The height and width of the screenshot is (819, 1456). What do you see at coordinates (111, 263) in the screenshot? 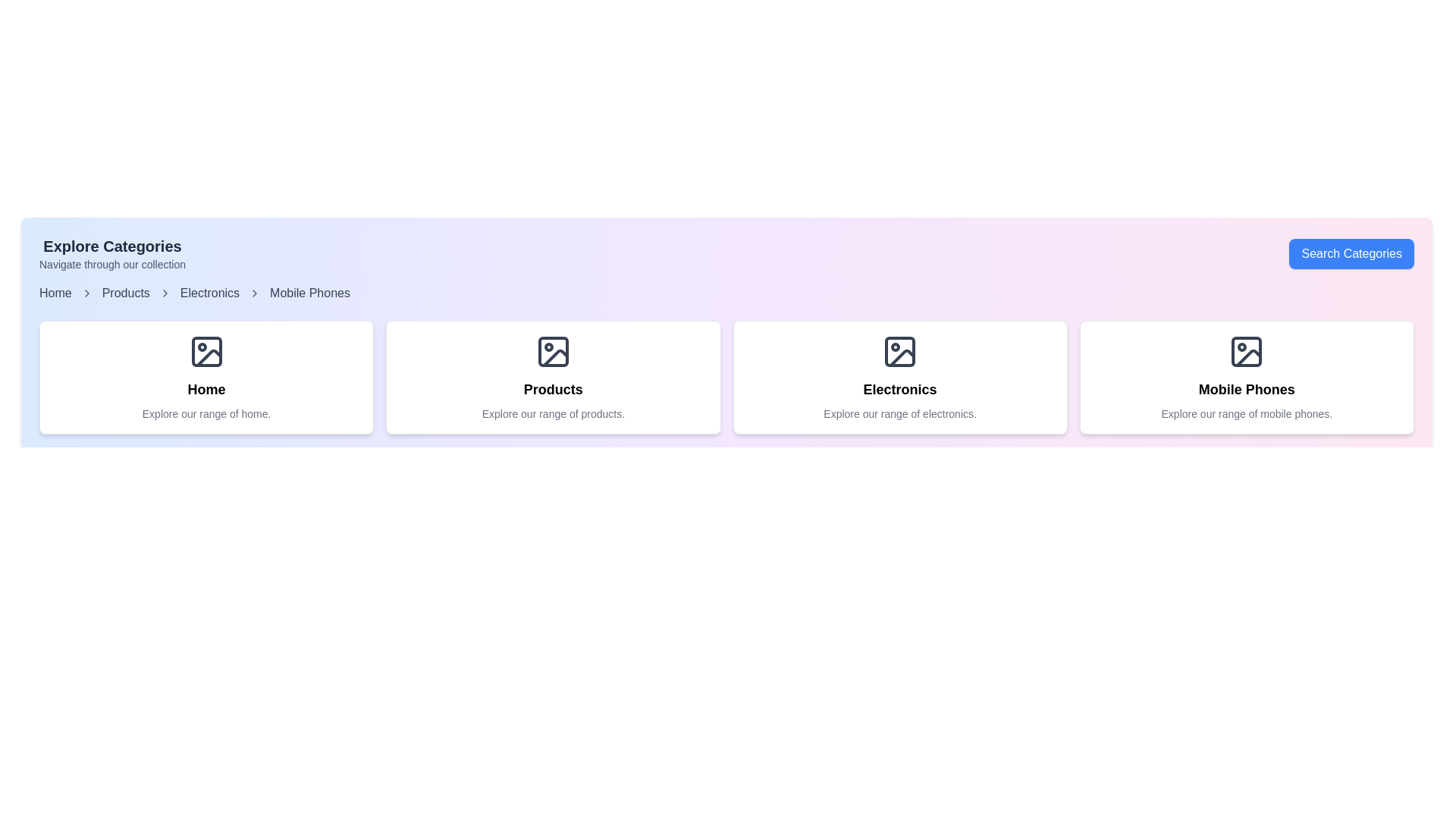
I see `the small gray text element that reads 'Navigate through our collection', which is located directly below the heading 'Explore Categories'` at bounding box center [111, 263].